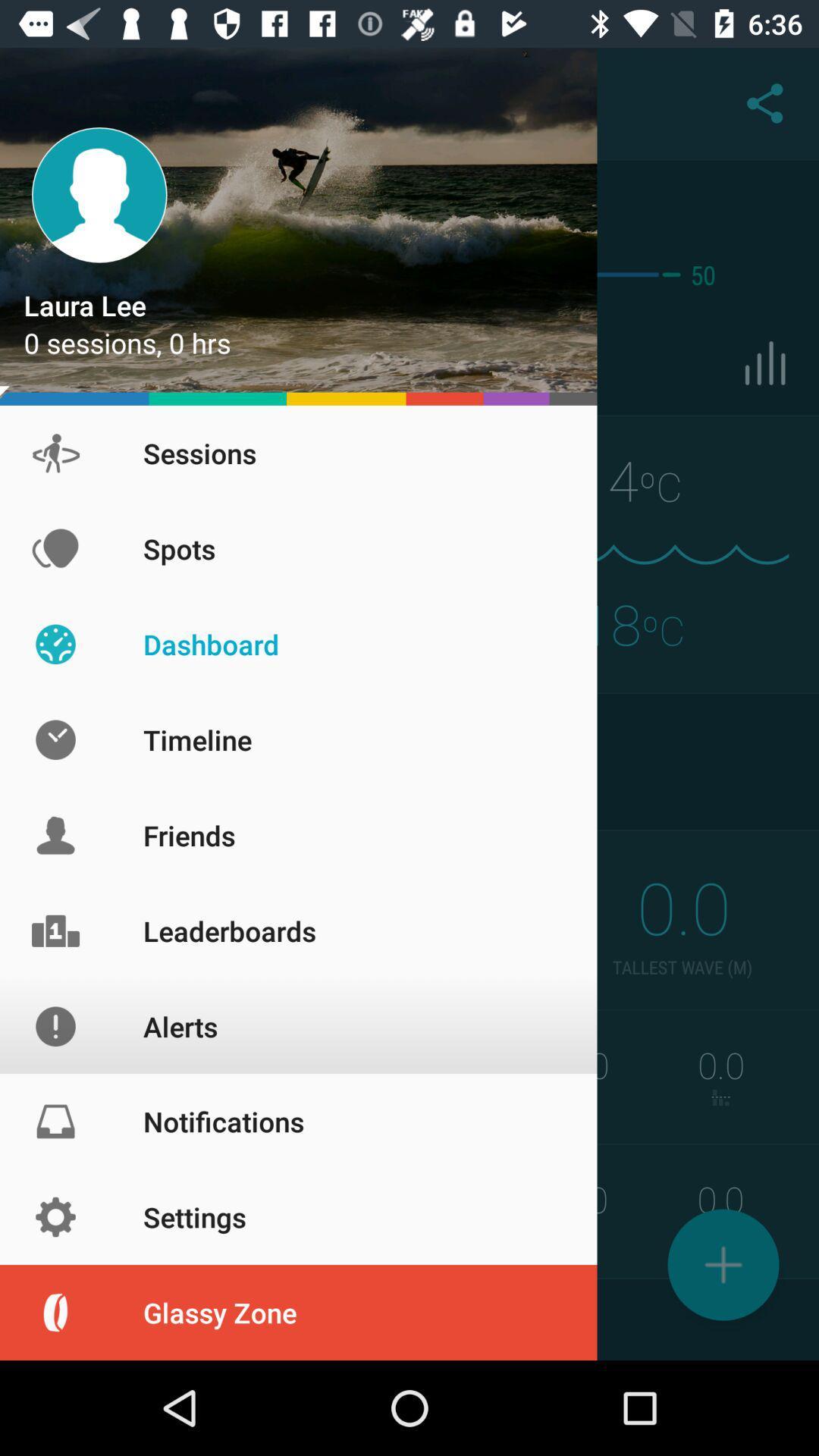 This screenshot has height=1456, width=819. I want to click on the share icon, so click(764, 102).